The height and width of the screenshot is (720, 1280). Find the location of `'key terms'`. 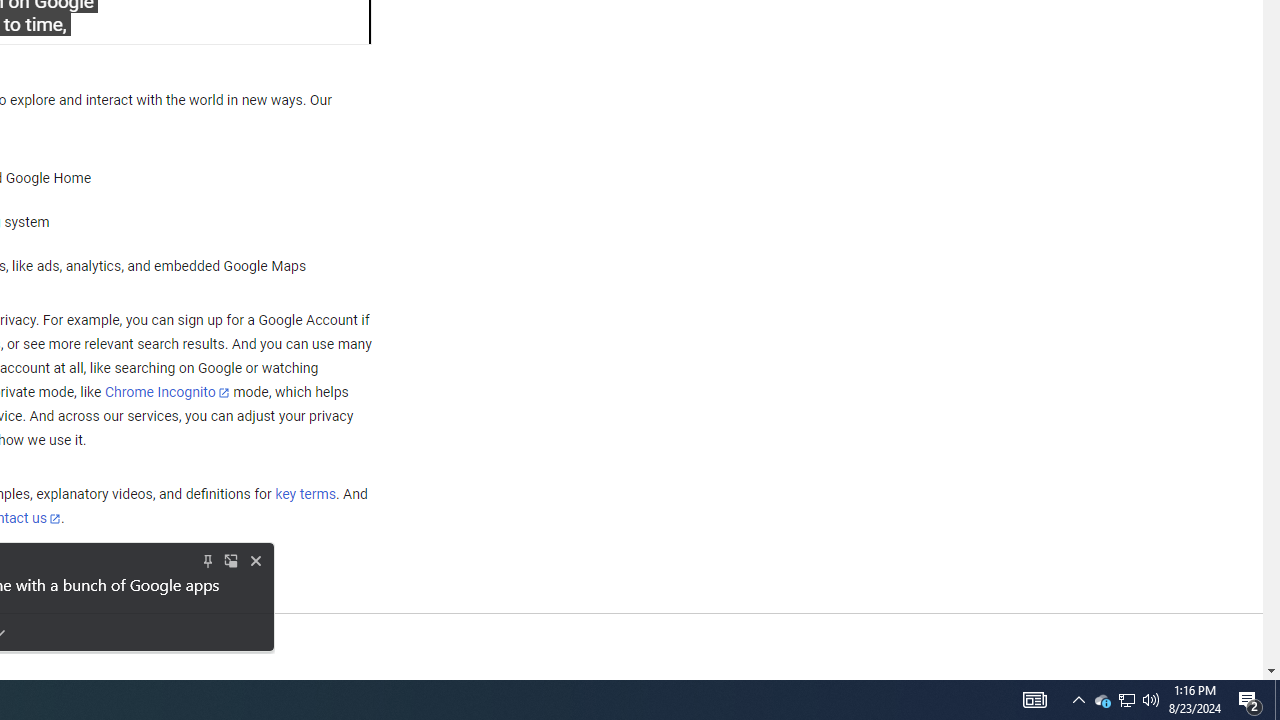

'key terms' is located at coordinates (304, 495).